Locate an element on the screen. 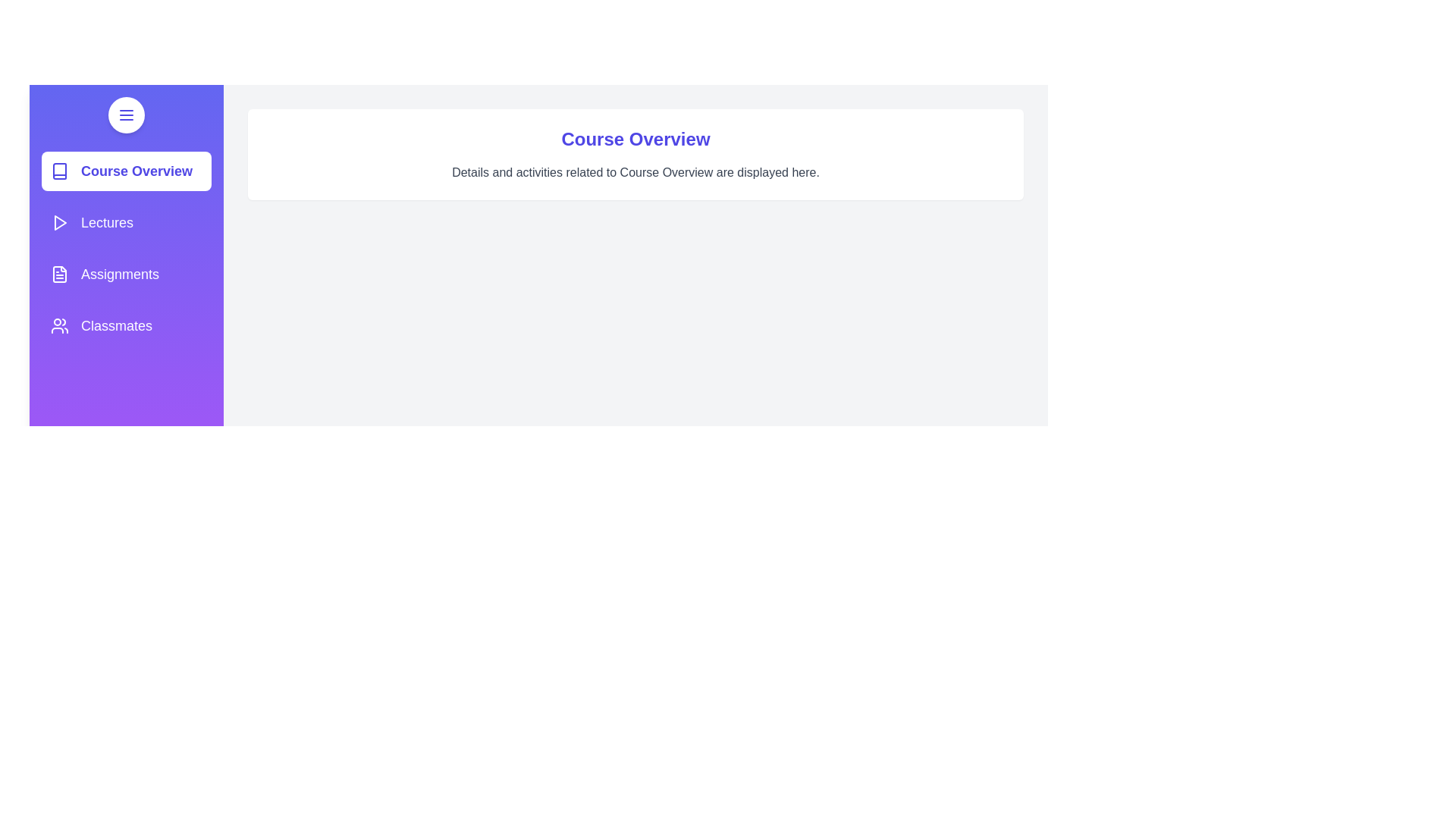 Image resolution: width=1456 pixels, height=819 pixels. button to toggle the drawer visibility is located at coordinates (127, 114).